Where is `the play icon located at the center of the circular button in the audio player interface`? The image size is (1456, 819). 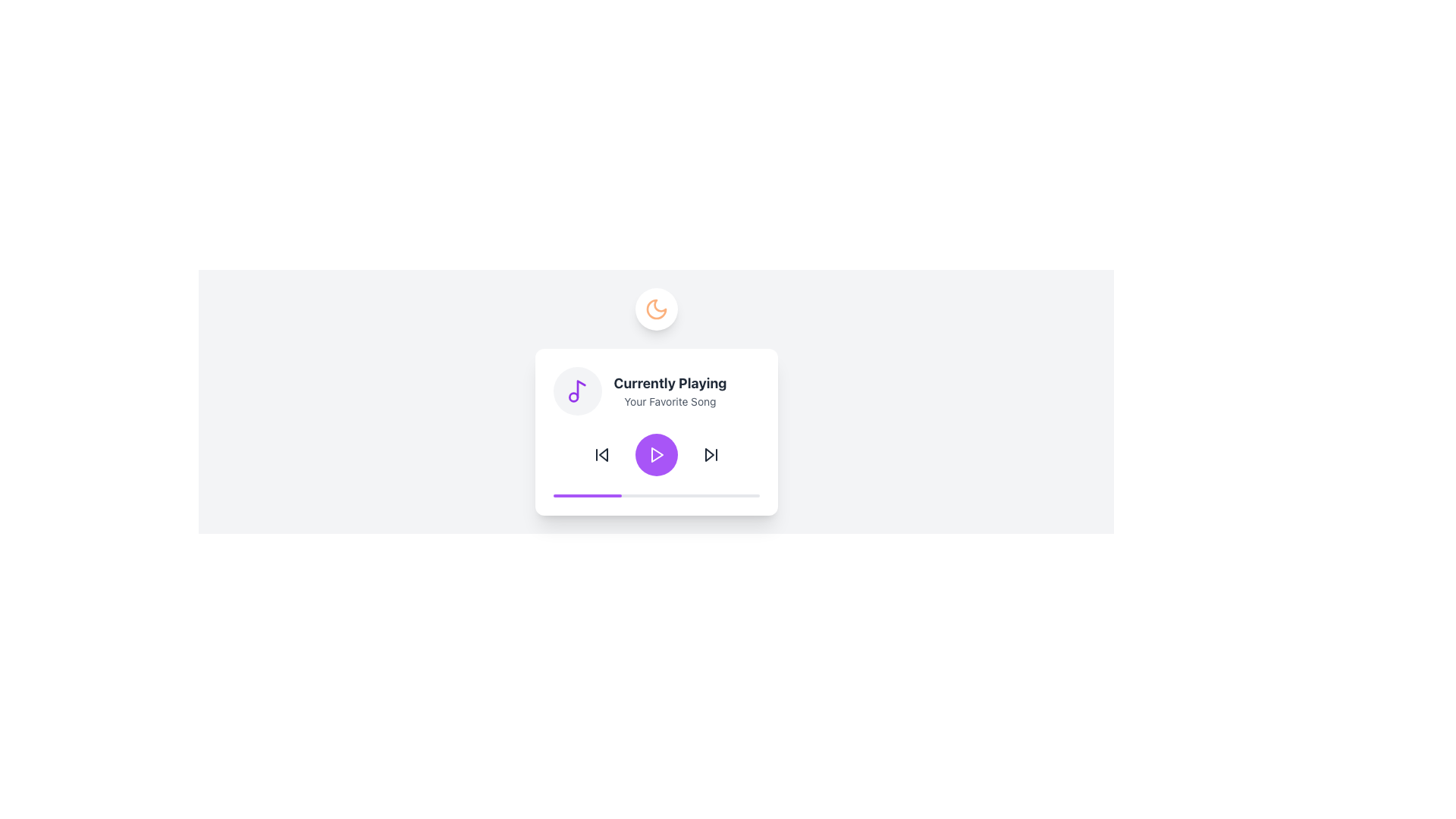 the play icon located at the center of the circular button in the audio player interface is located at coordinates (656, 454).